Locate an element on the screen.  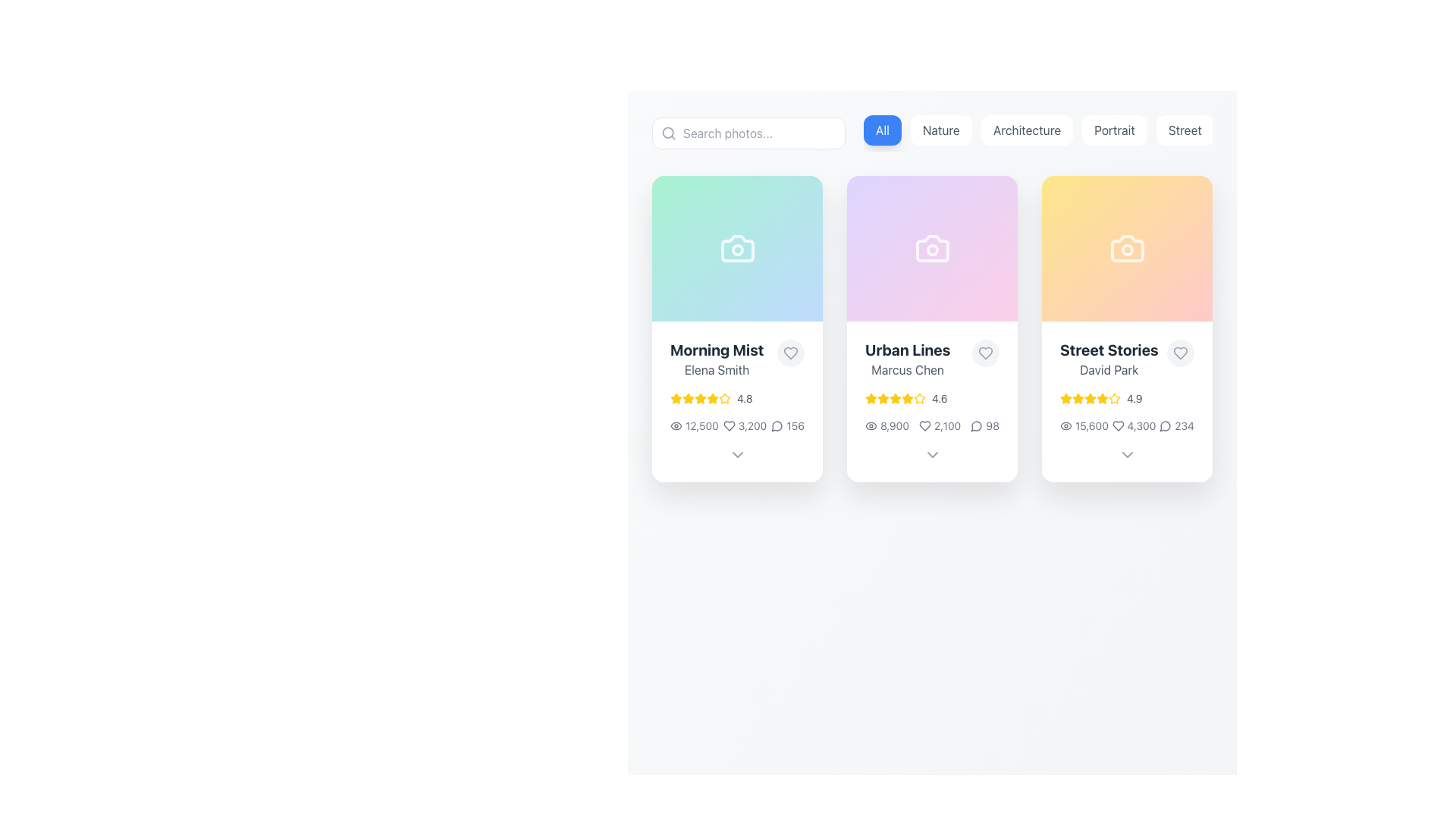
the fifth star-shaped icon filled with yellow color in the rating section of the 'Street Stories' card, which is the third card in the row is located at coordinates (1114, 397).